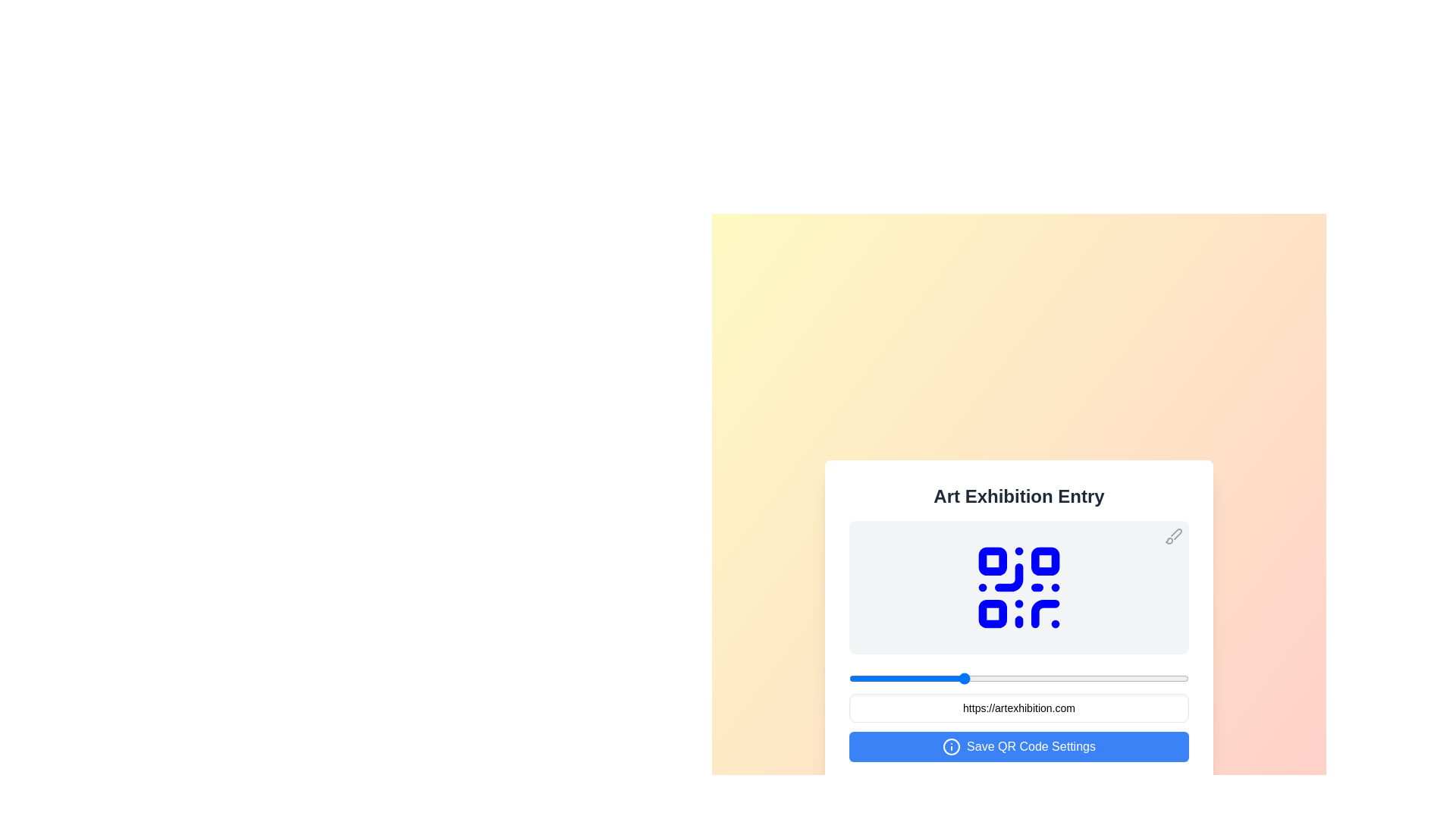  I want to click on the button located at the bottom of the interface that contains the icon on its far left side, which is intended for saving QR code settings, so click(951, 745).